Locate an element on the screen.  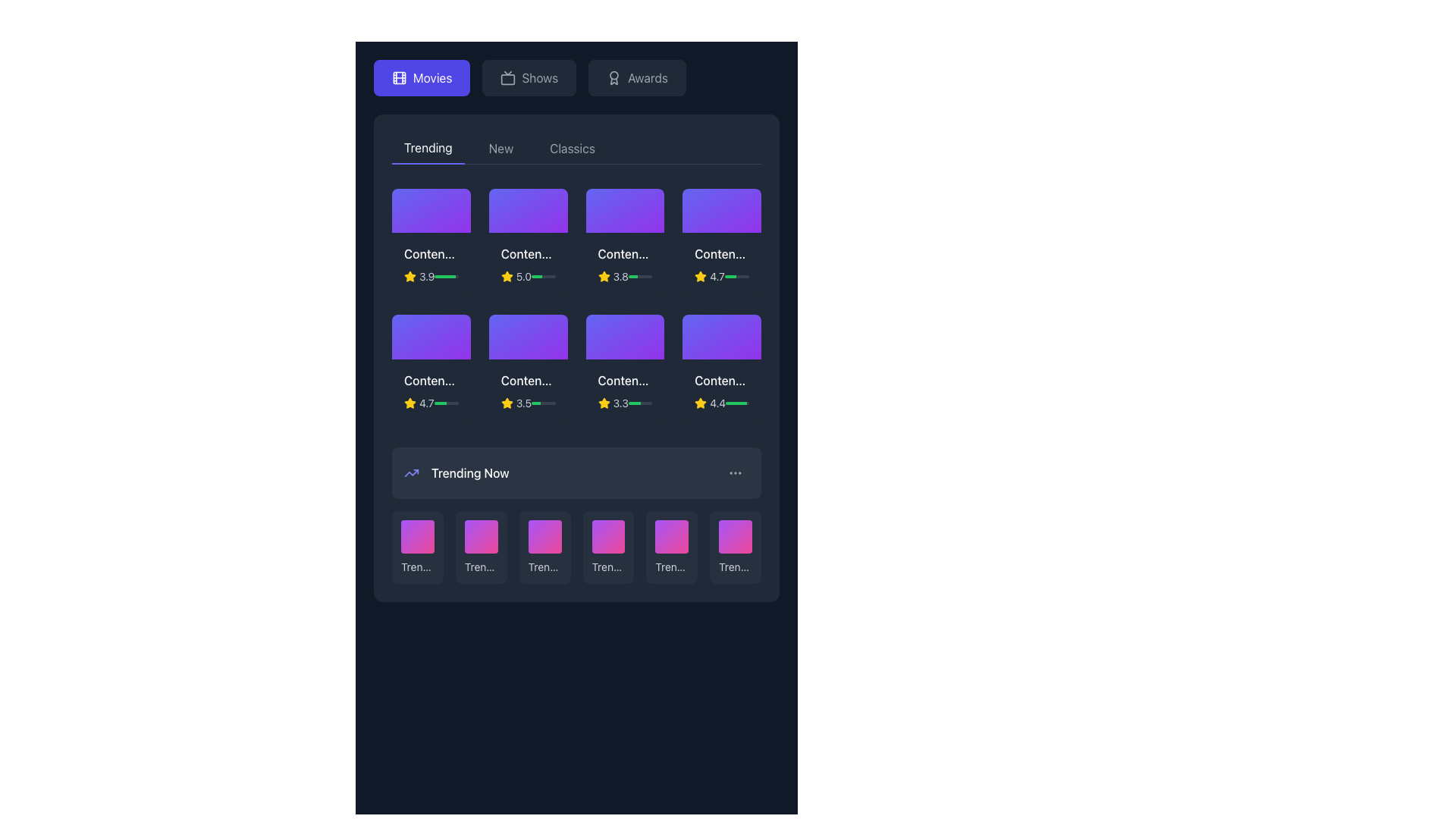
the first content card in the 'Trending' section that displays a title, a yellow star icon with a numeric rating, and a green progress bar is located at coordinates (430, 264).